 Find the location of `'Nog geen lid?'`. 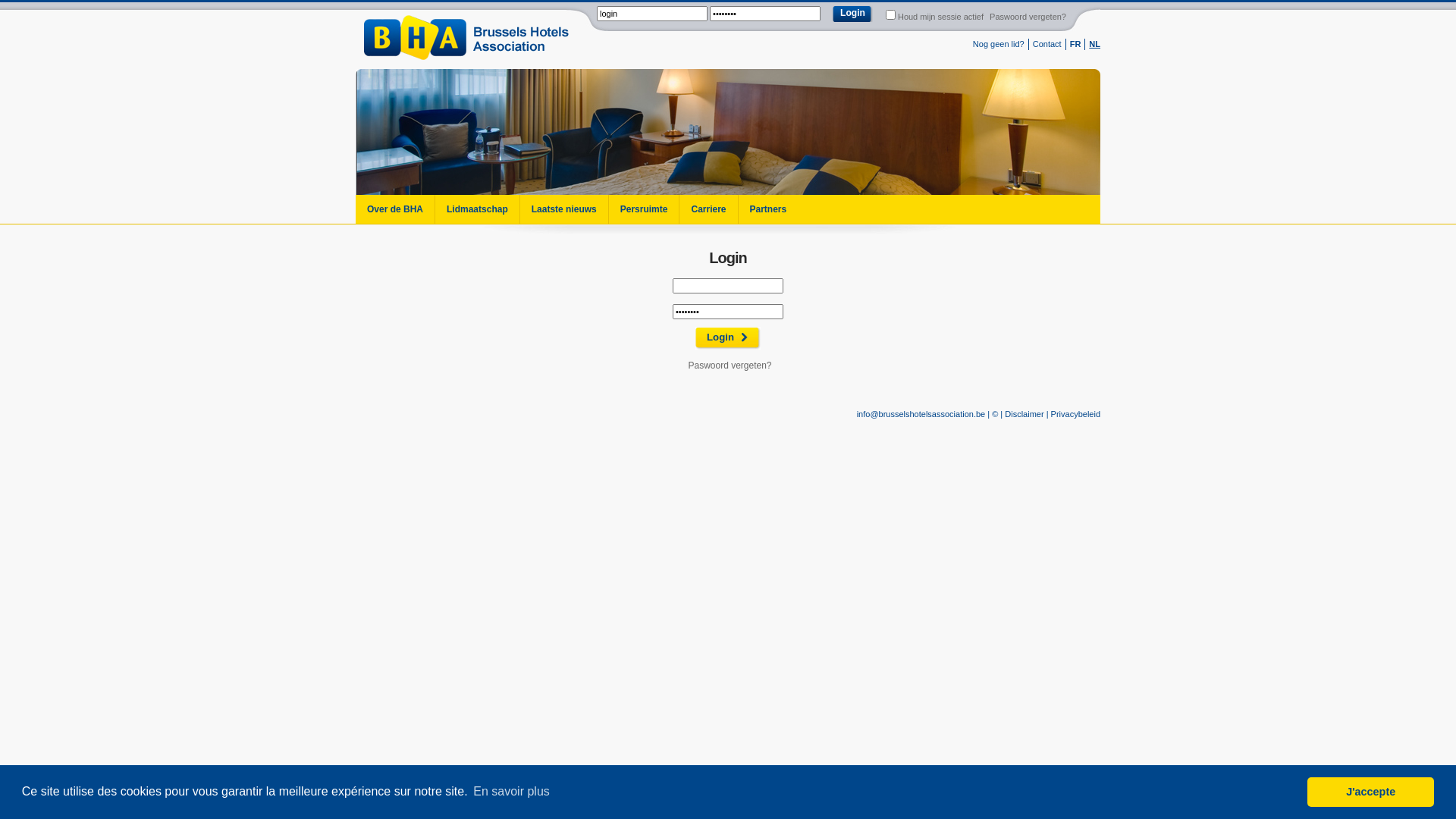

'Nog geen lid?' is located at coordinates (972, 42).